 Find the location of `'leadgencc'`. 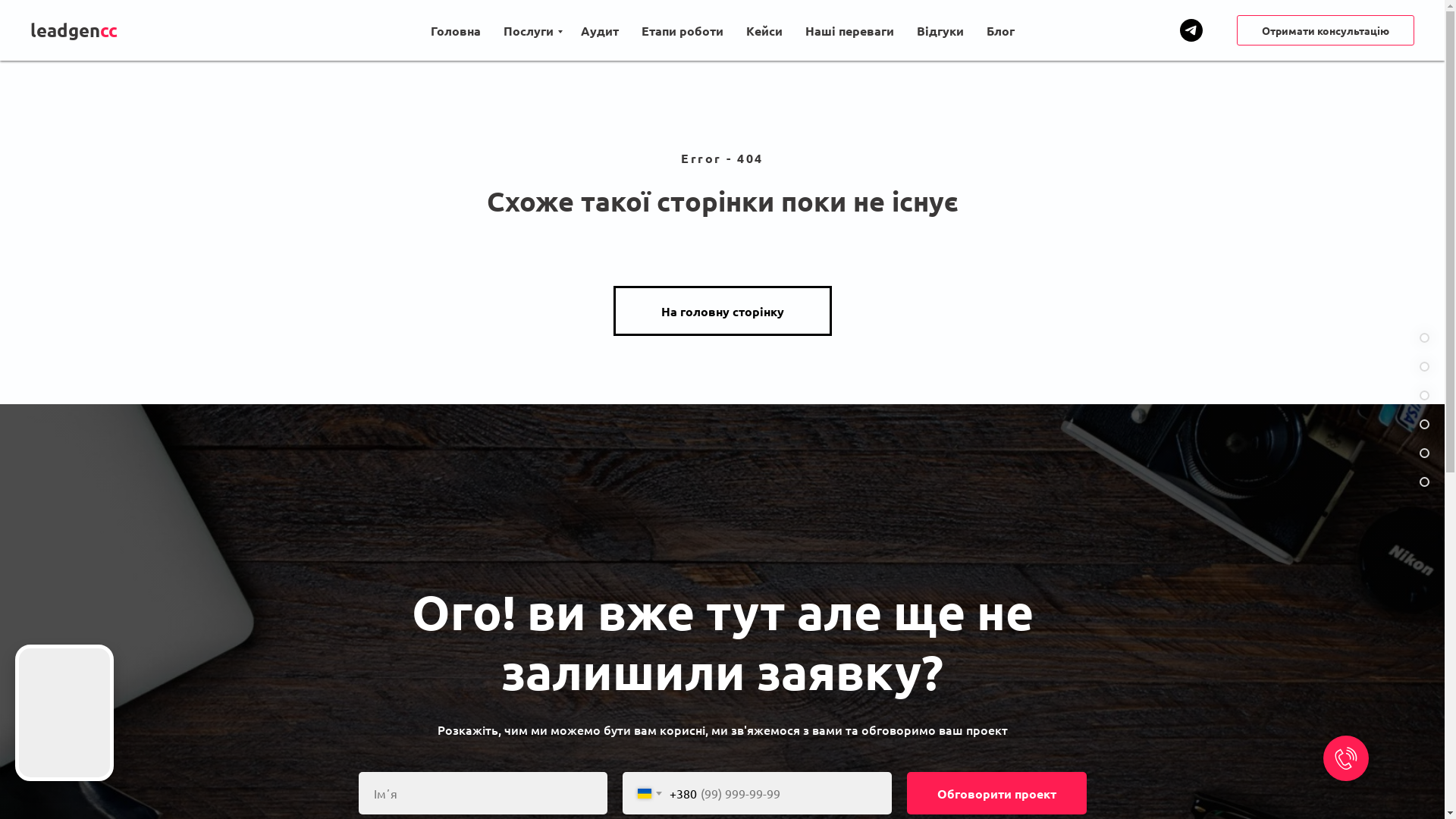

'leadgencc' is located at coordinates (30, 30).